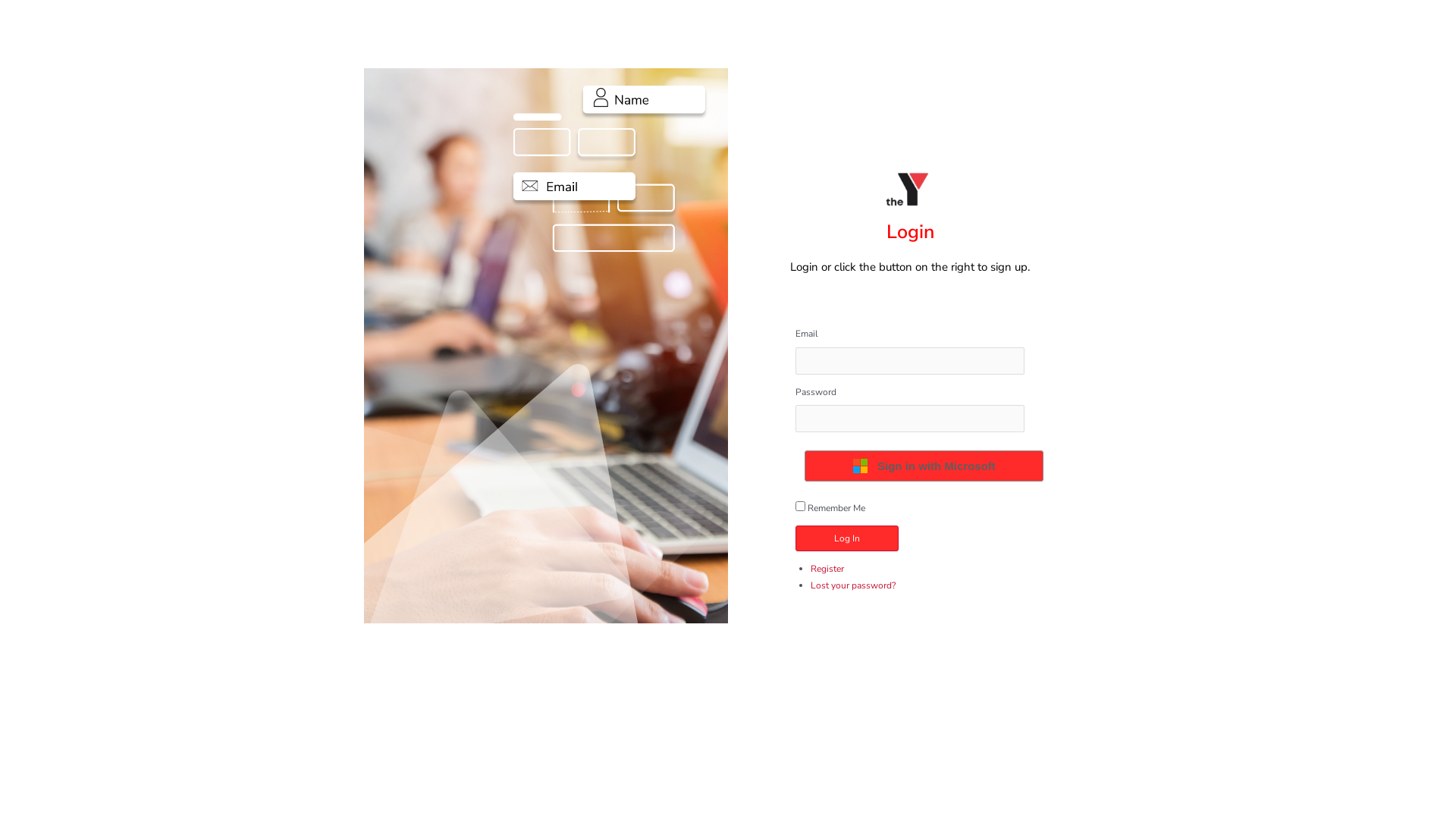  Describe the element at coordinates (846, 537) in the screenshot. I see `'Log In'` at that location.